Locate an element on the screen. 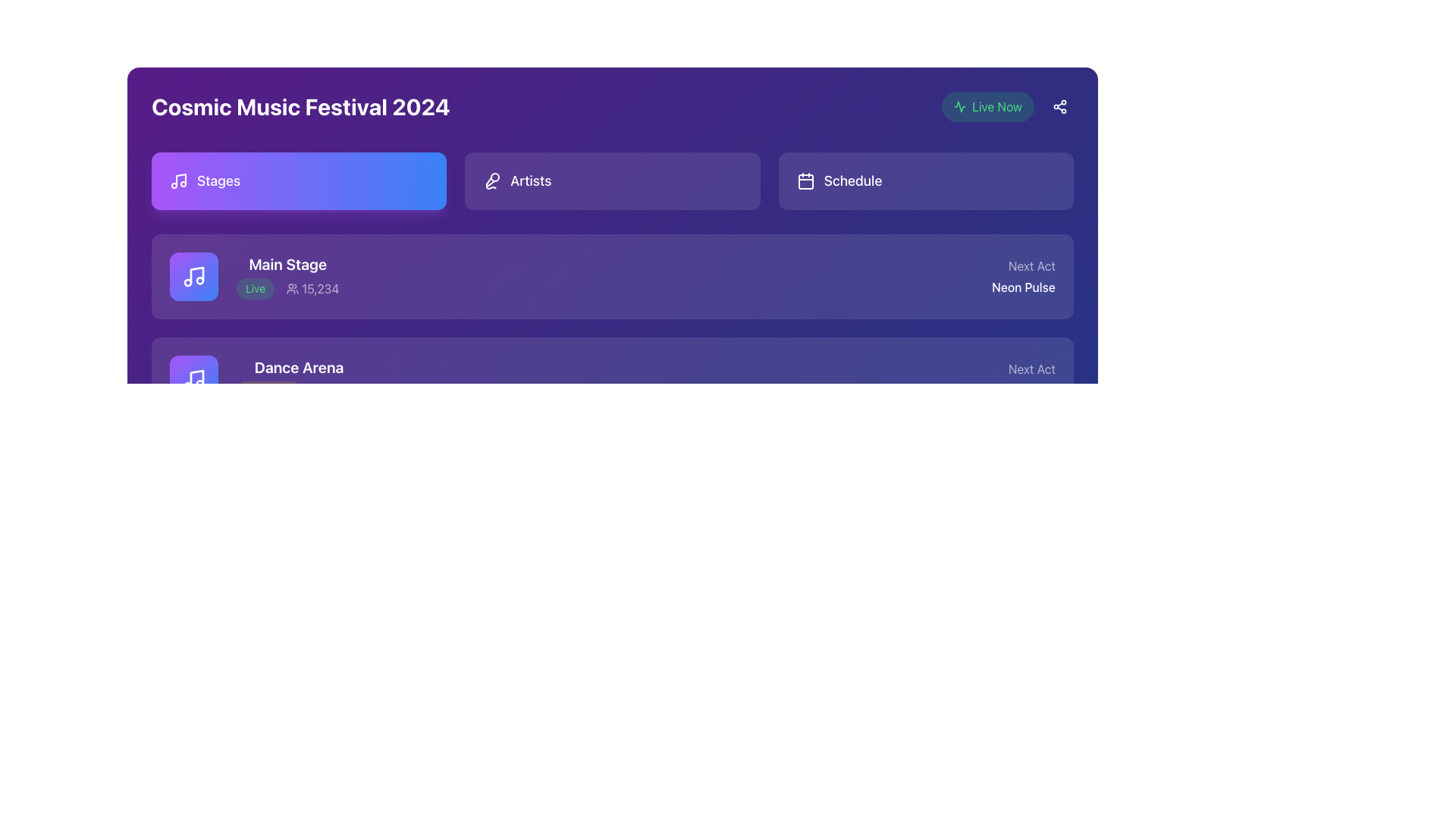 This screenshot has height=819, width=1456. the social sharing button located at the top-right corner of the interface, adjacent to the 'Live Now' button is located at coordinates (1059, 106).